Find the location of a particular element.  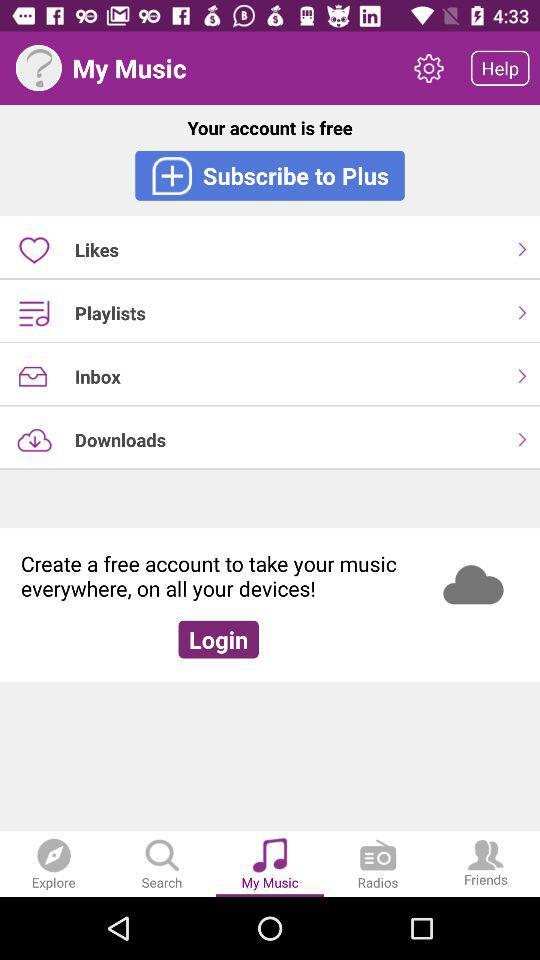

the item next to the my music icon is located at coordinates (427, 68).